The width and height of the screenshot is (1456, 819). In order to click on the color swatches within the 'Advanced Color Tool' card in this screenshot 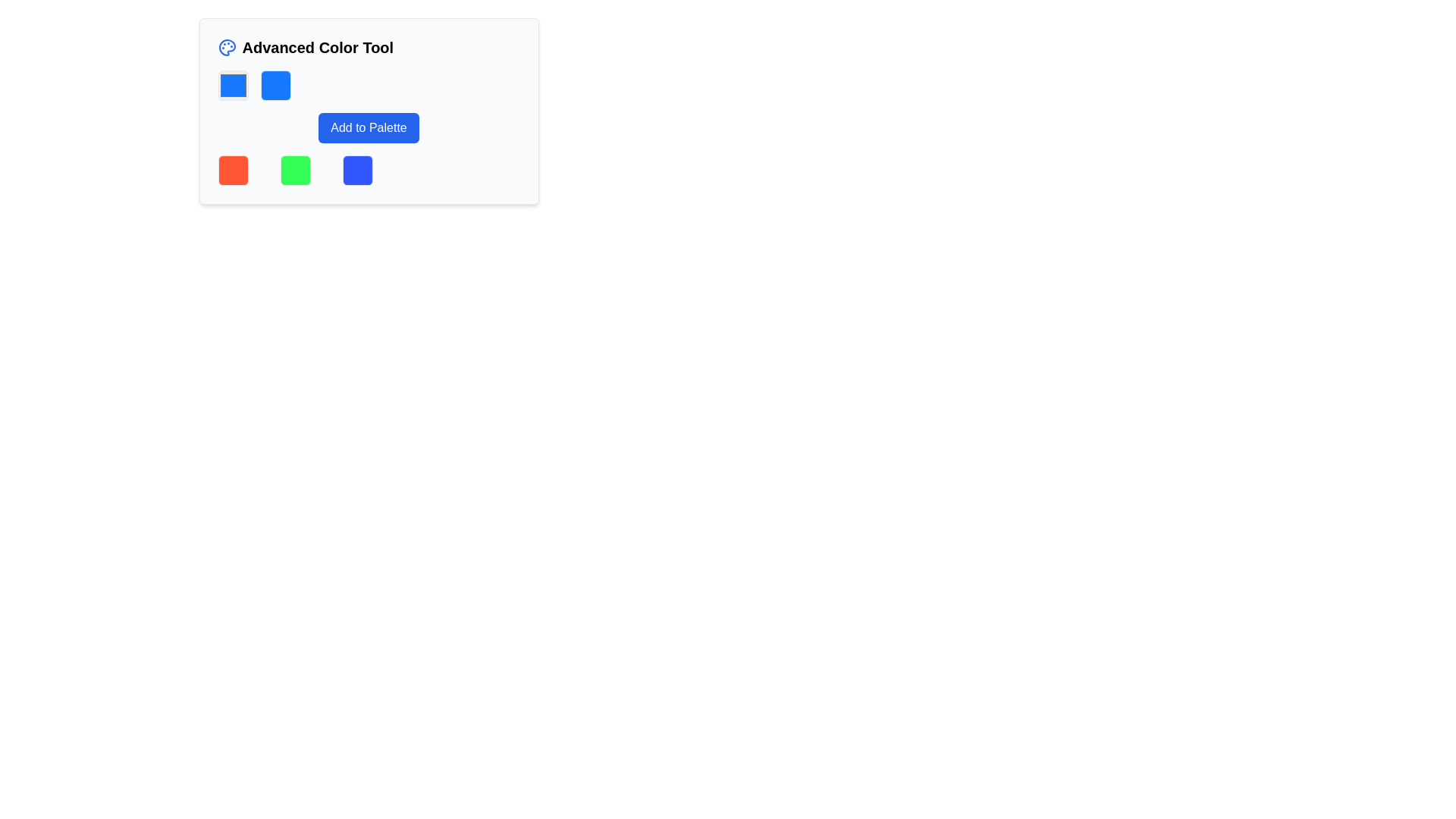, I will do `click(369, 110)`.